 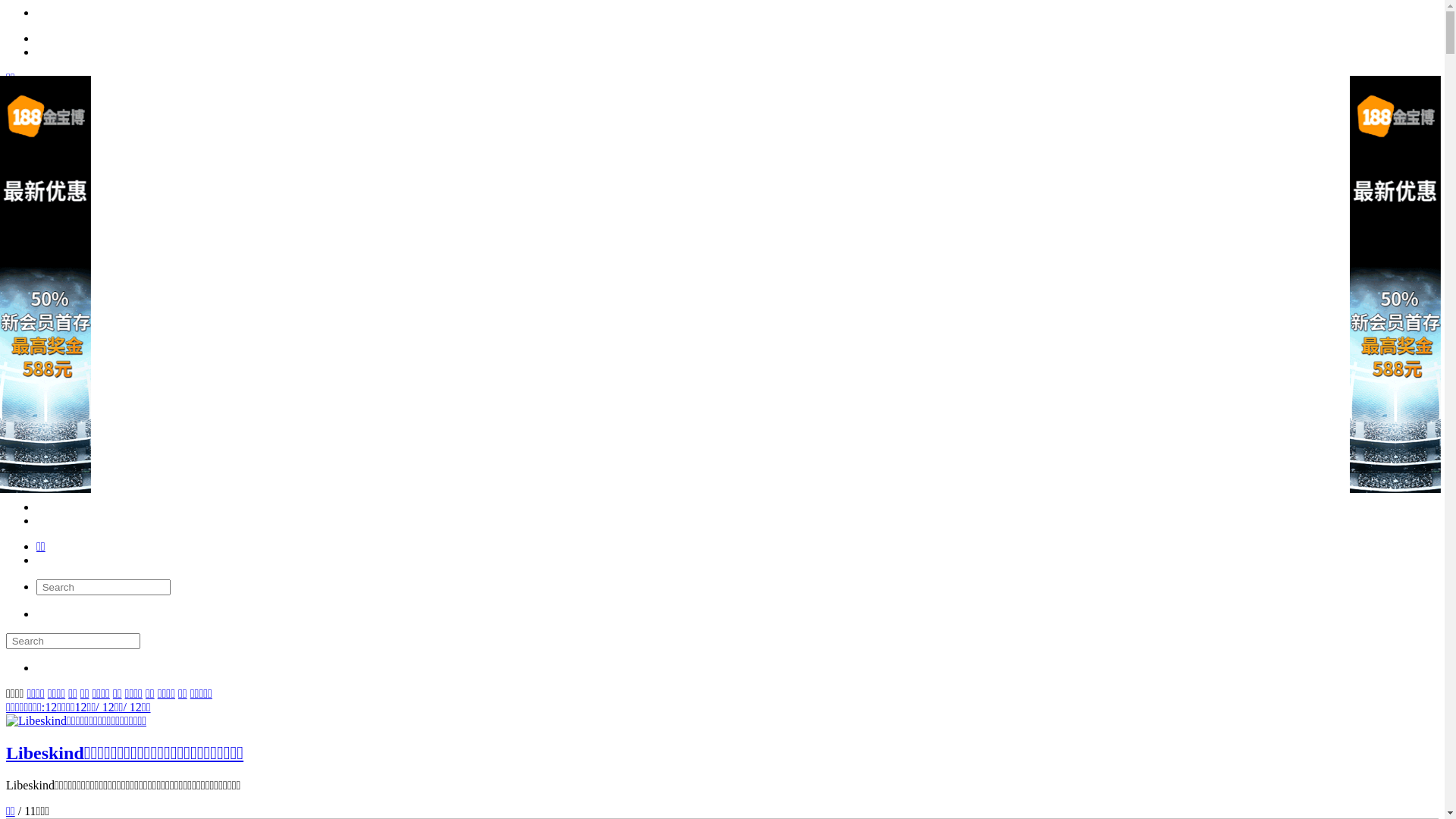 What do you see at coordinates (72, 641) in the screenshot?
I see `'Search'` at bounding box center [72, 641].